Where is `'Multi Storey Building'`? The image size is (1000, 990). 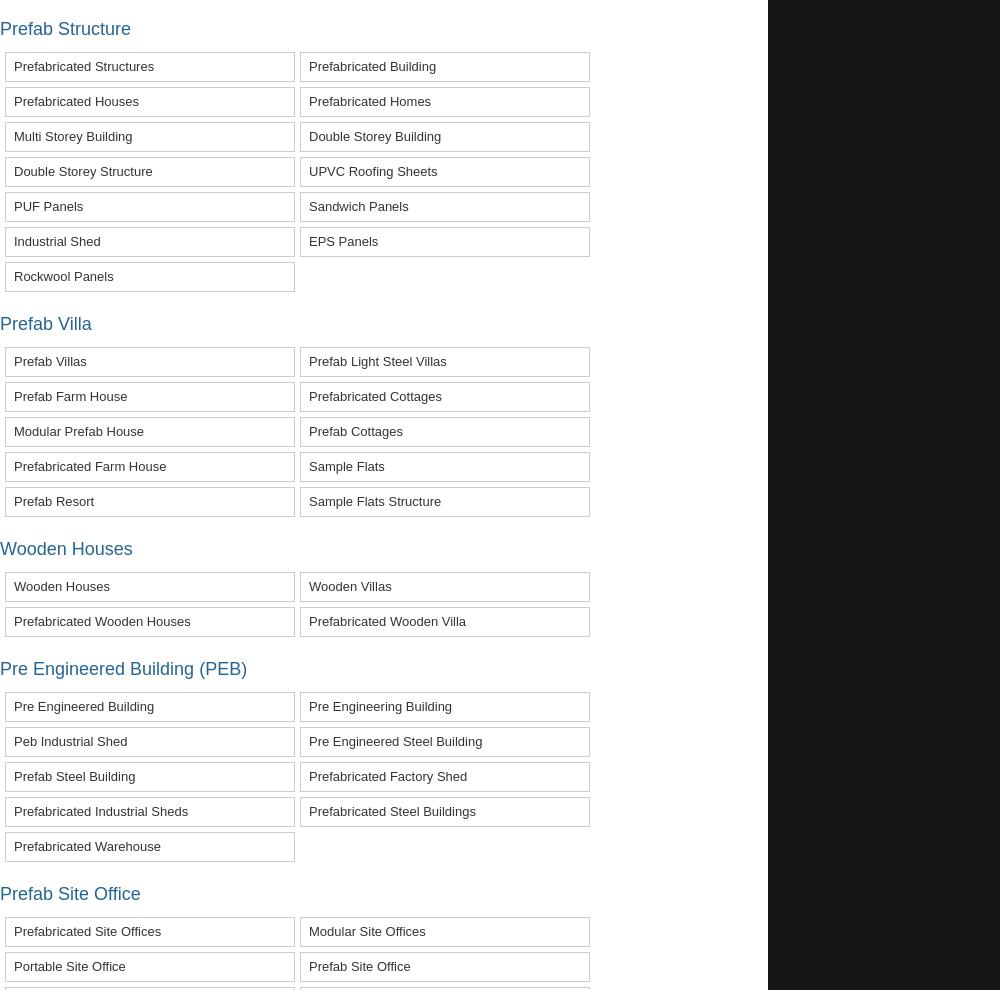
'Multi Storey Building' is located at coordinates (72, 134).